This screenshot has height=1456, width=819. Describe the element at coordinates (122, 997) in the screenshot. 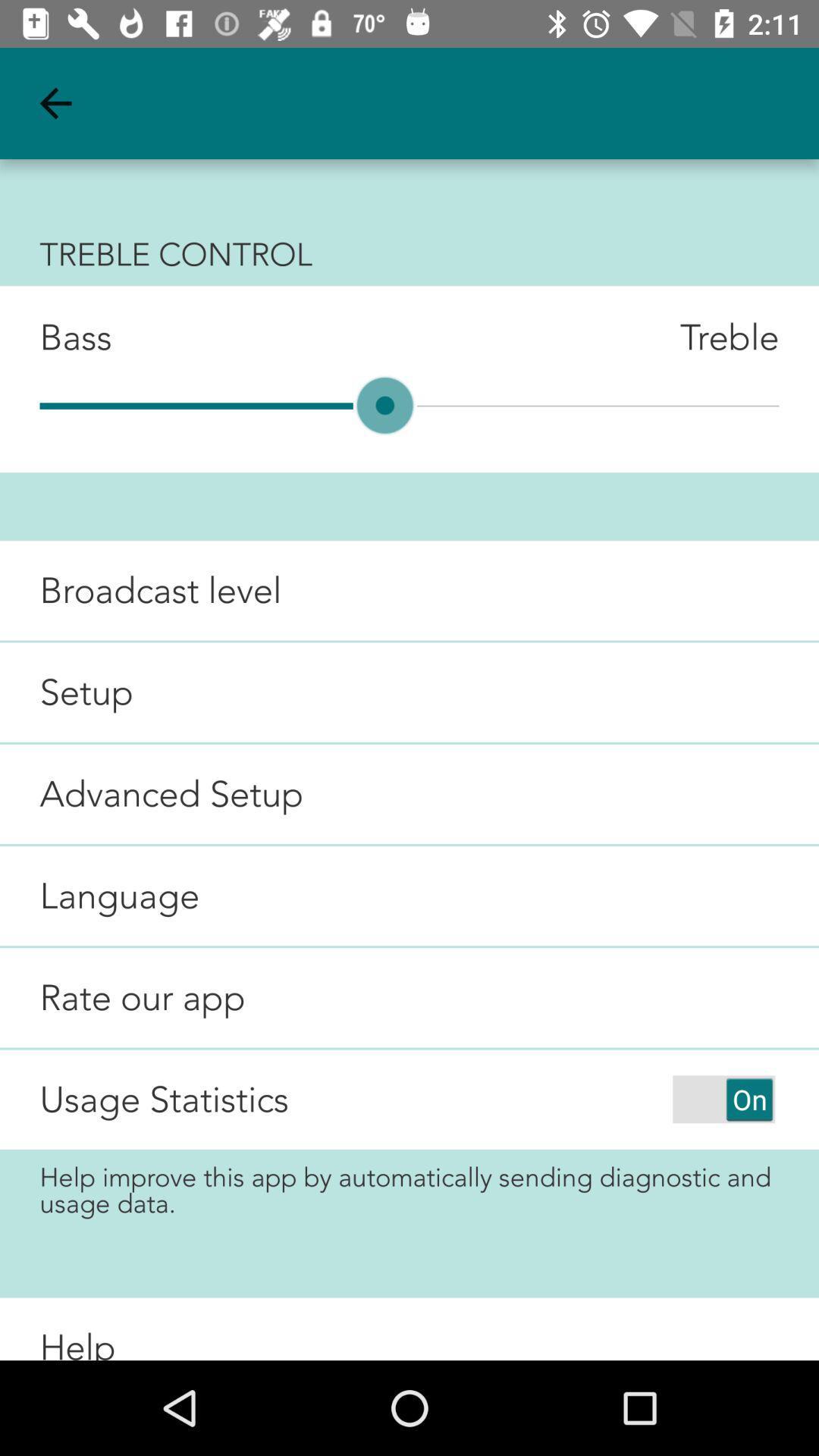

I see `item above usage statistics` at that location.